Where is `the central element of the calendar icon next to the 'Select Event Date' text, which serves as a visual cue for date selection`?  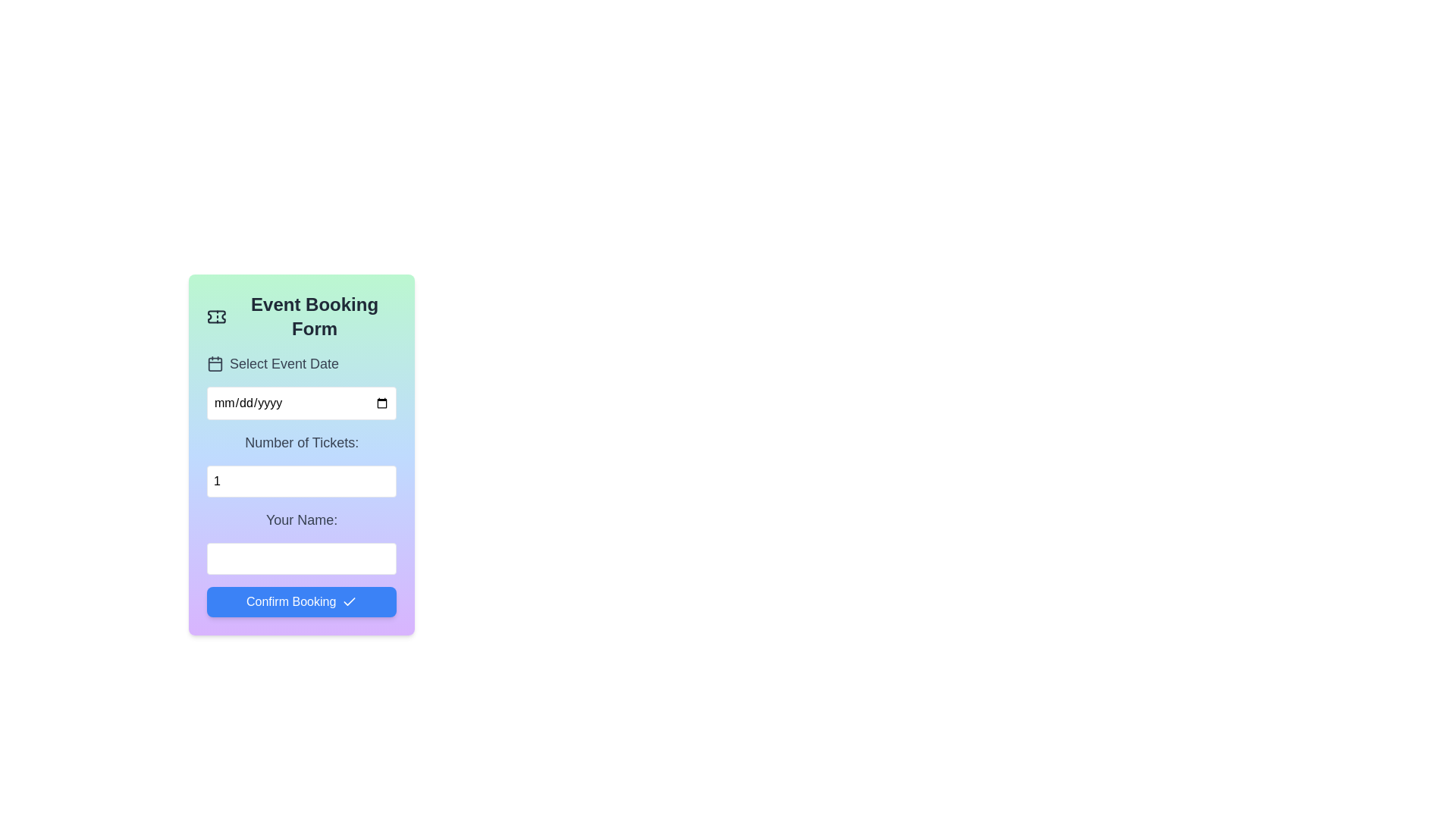
the central element of the calendar icon next to the 'Select Event Date' text, which serves as a visual cue for date selection is located at coordinates (214, 363).